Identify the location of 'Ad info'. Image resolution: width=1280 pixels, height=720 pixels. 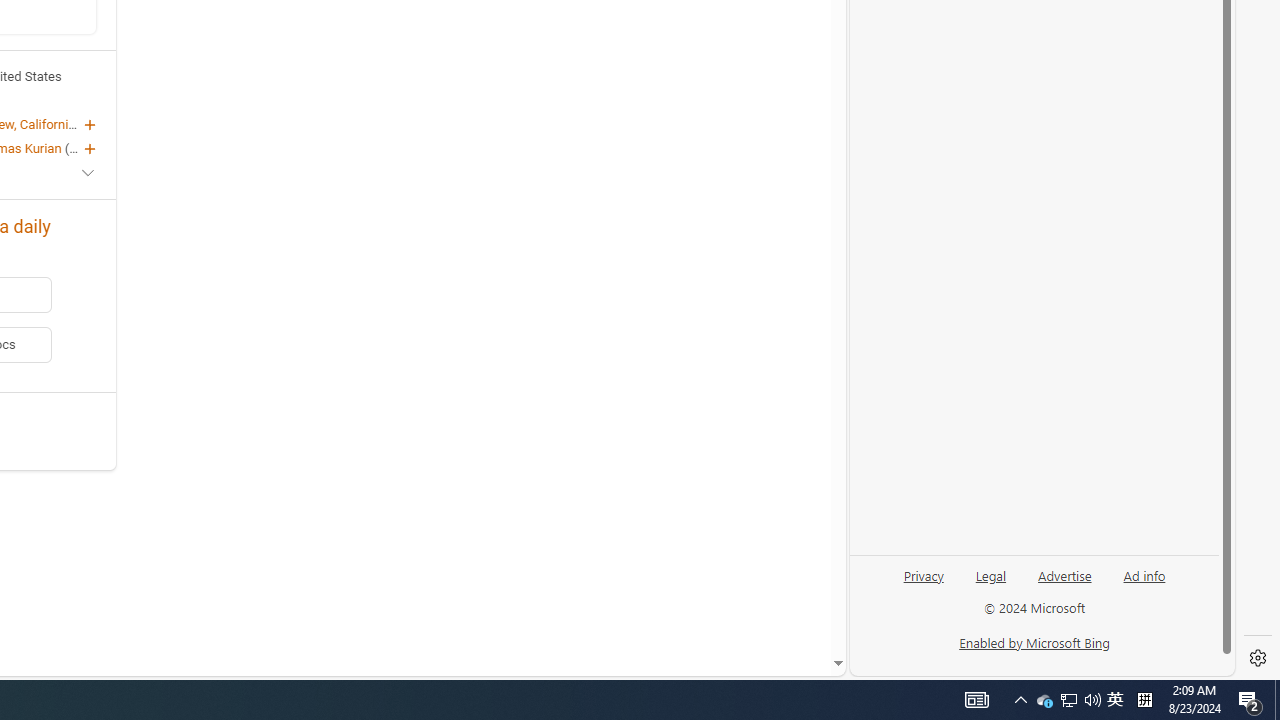
(1144, 574).